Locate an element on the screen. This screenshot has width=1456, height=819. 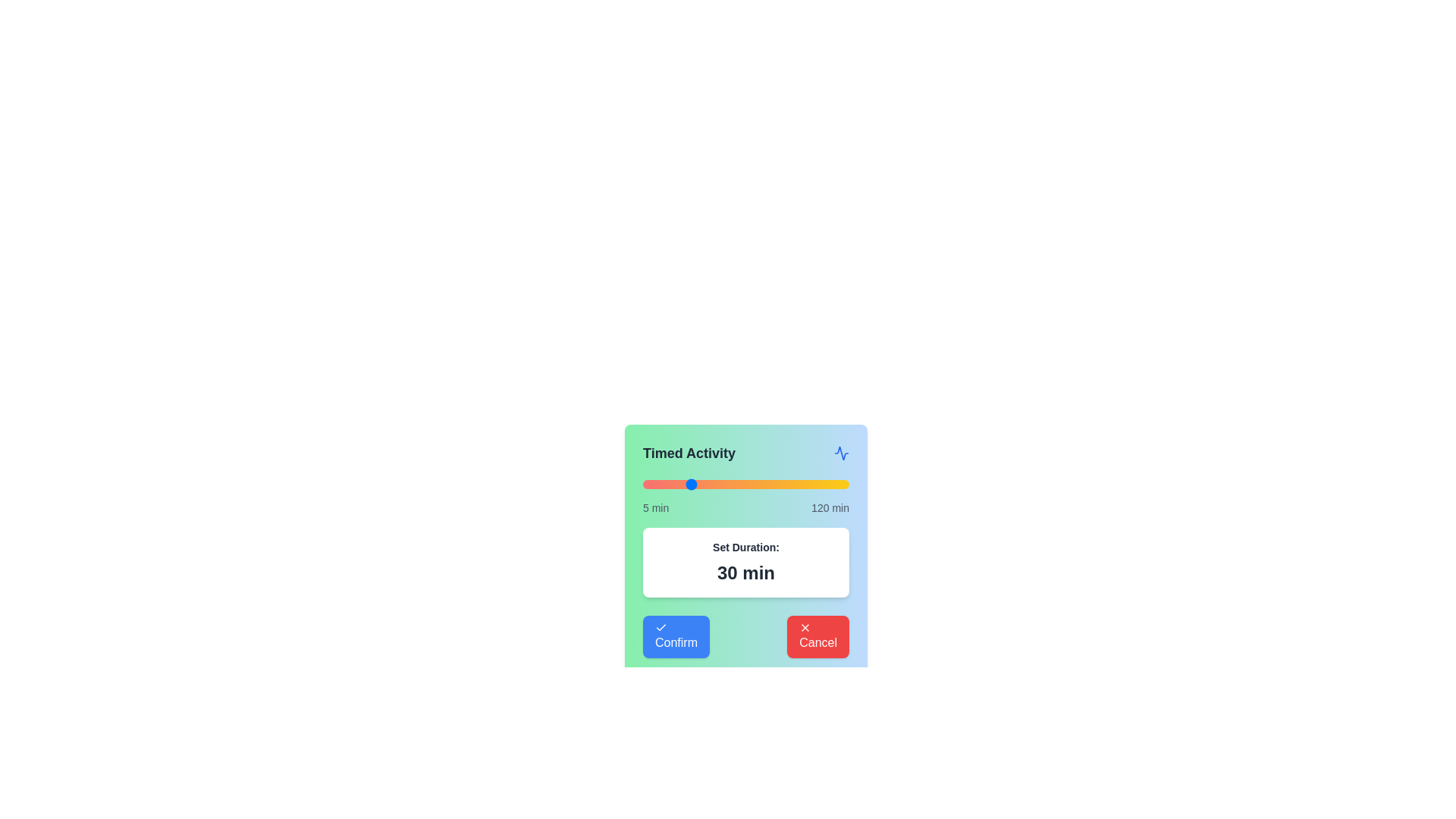
the slider to set the activity duration to 86 minutes is located at coordinates (788, 485).